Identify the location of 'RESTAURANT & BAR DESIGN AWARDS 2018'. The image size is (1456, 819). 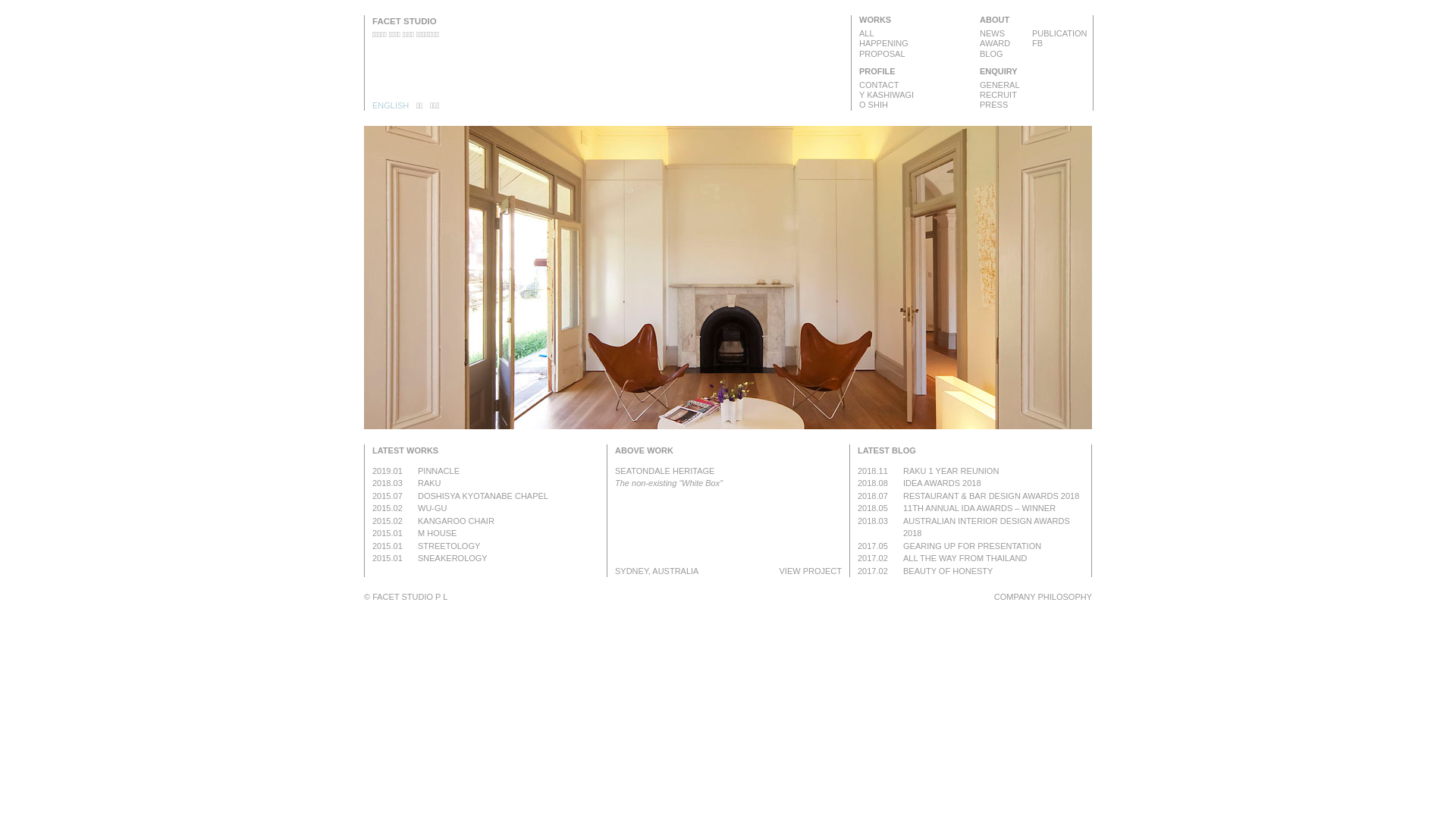
(993, 496).